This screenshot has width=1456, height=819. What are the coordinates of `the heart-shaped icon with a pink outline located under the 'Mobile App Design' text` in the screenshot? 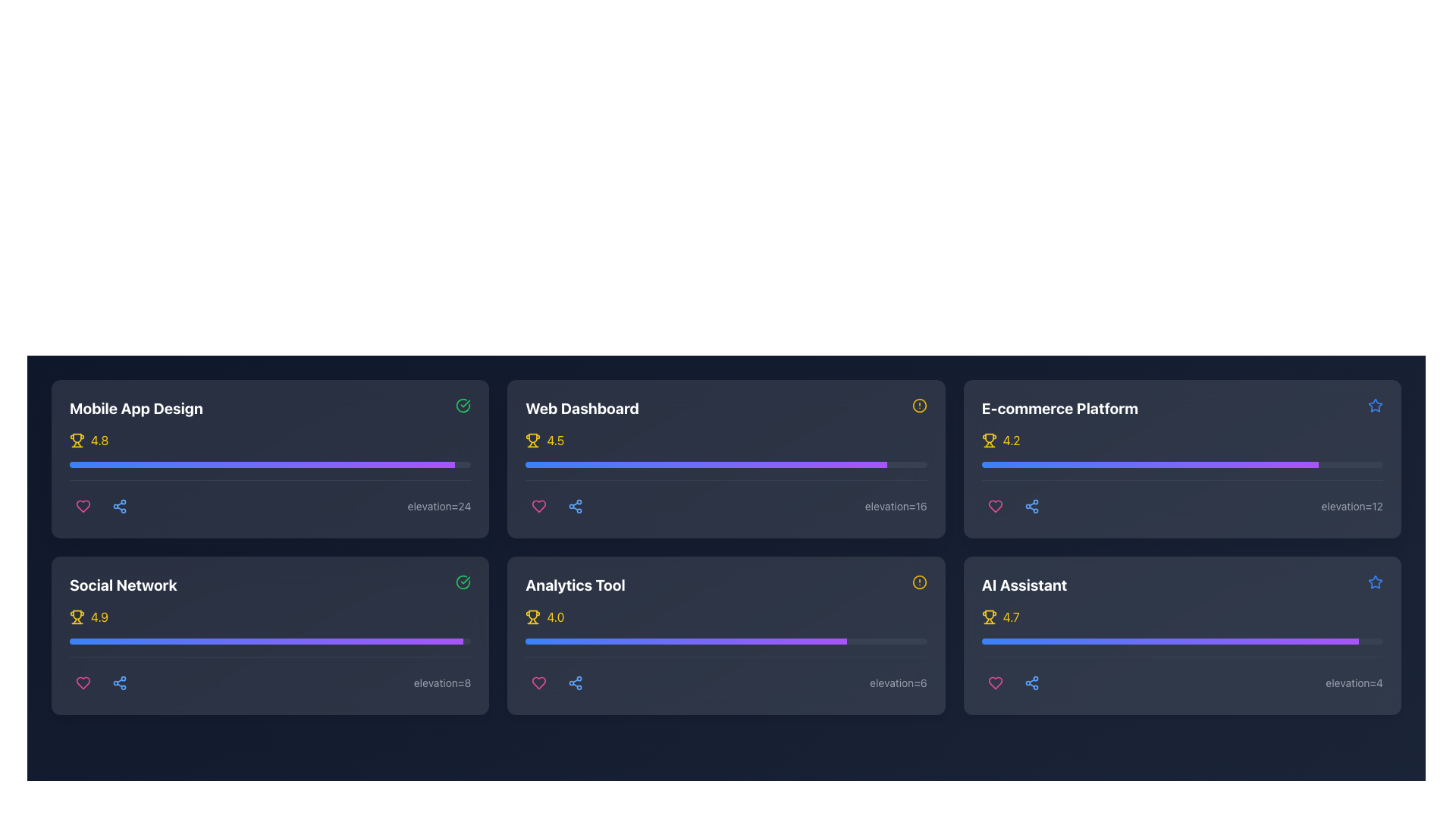 It's located at (995, 506).